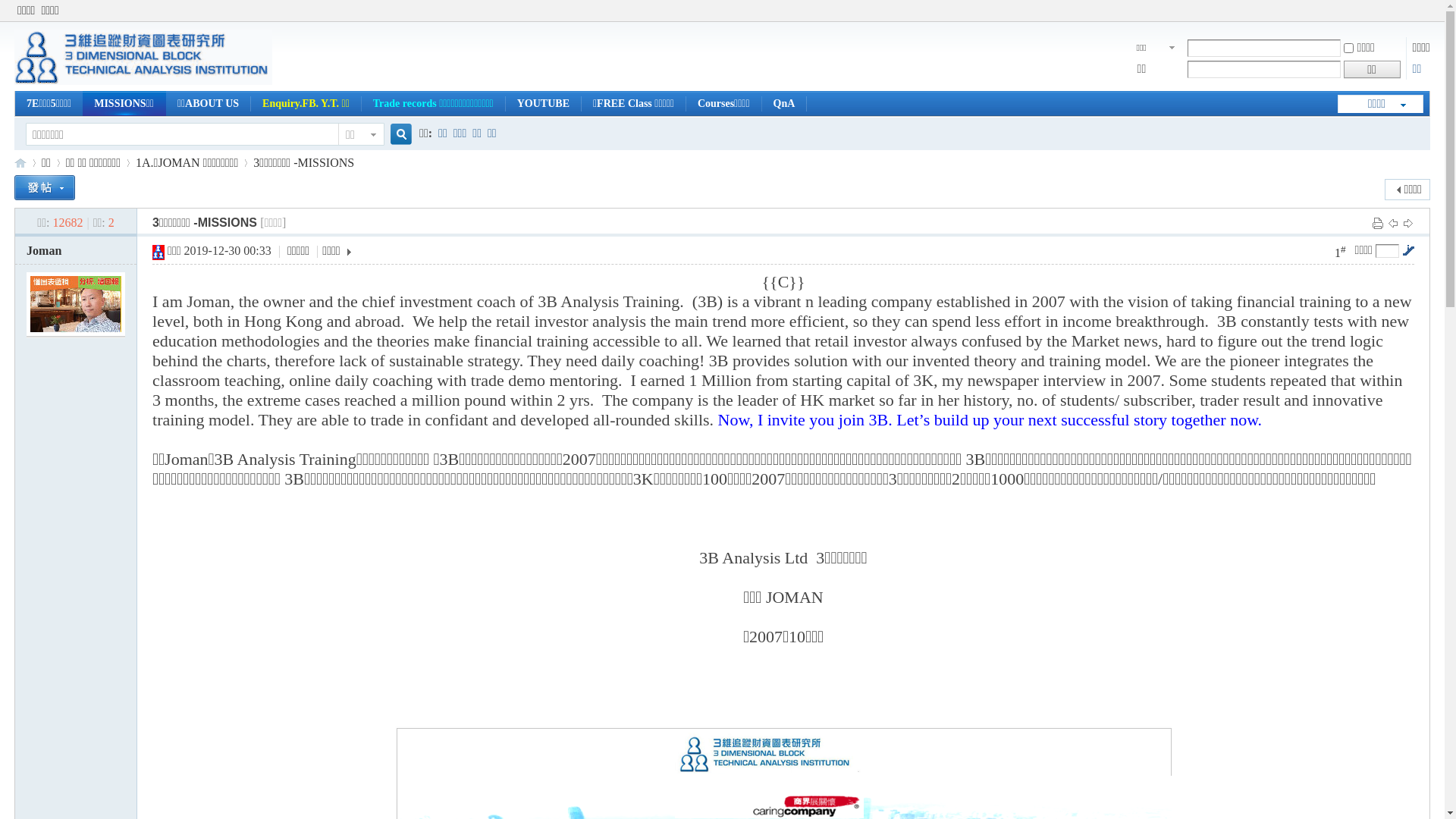 This screenshot has width=1456, height=819. What do you see at coordinates (1340, 250) in the screenshot?
I see `'1#'` at bounding box center [1340, 250].